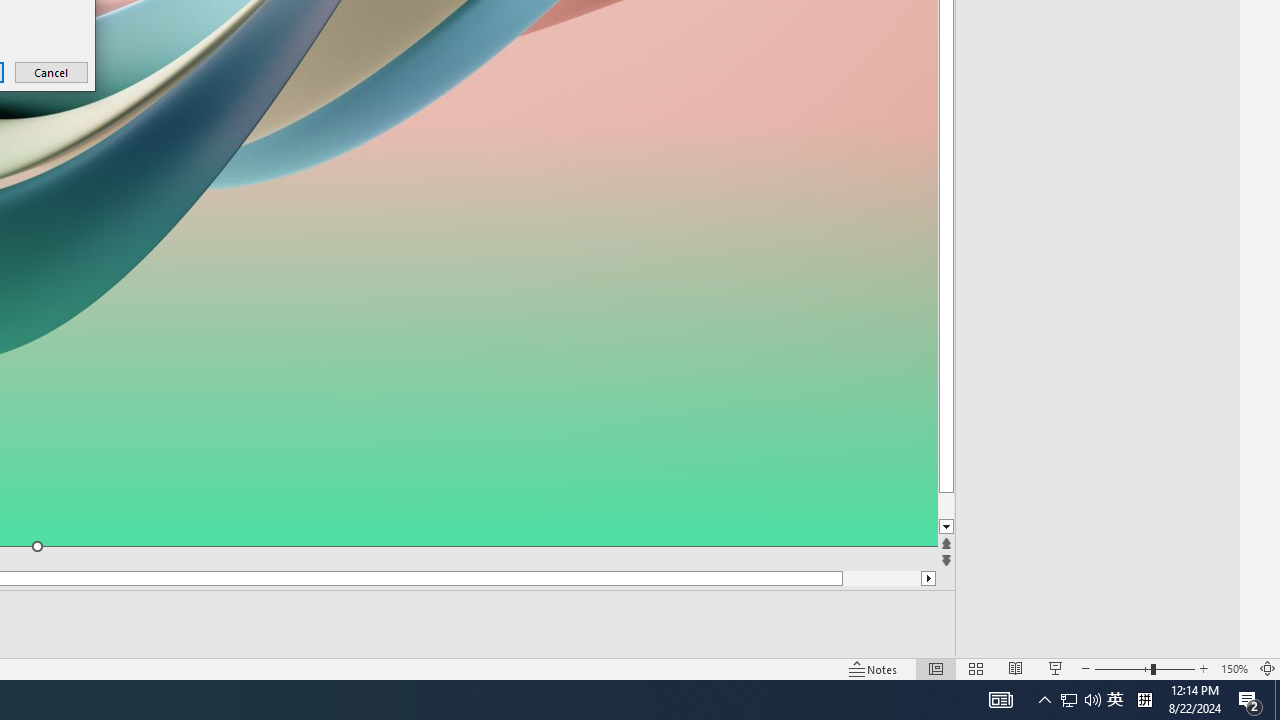  What do you see at coordinates (874, 669) in the screenshot?
I see `'Notes '` at bounding box center [874, 669].